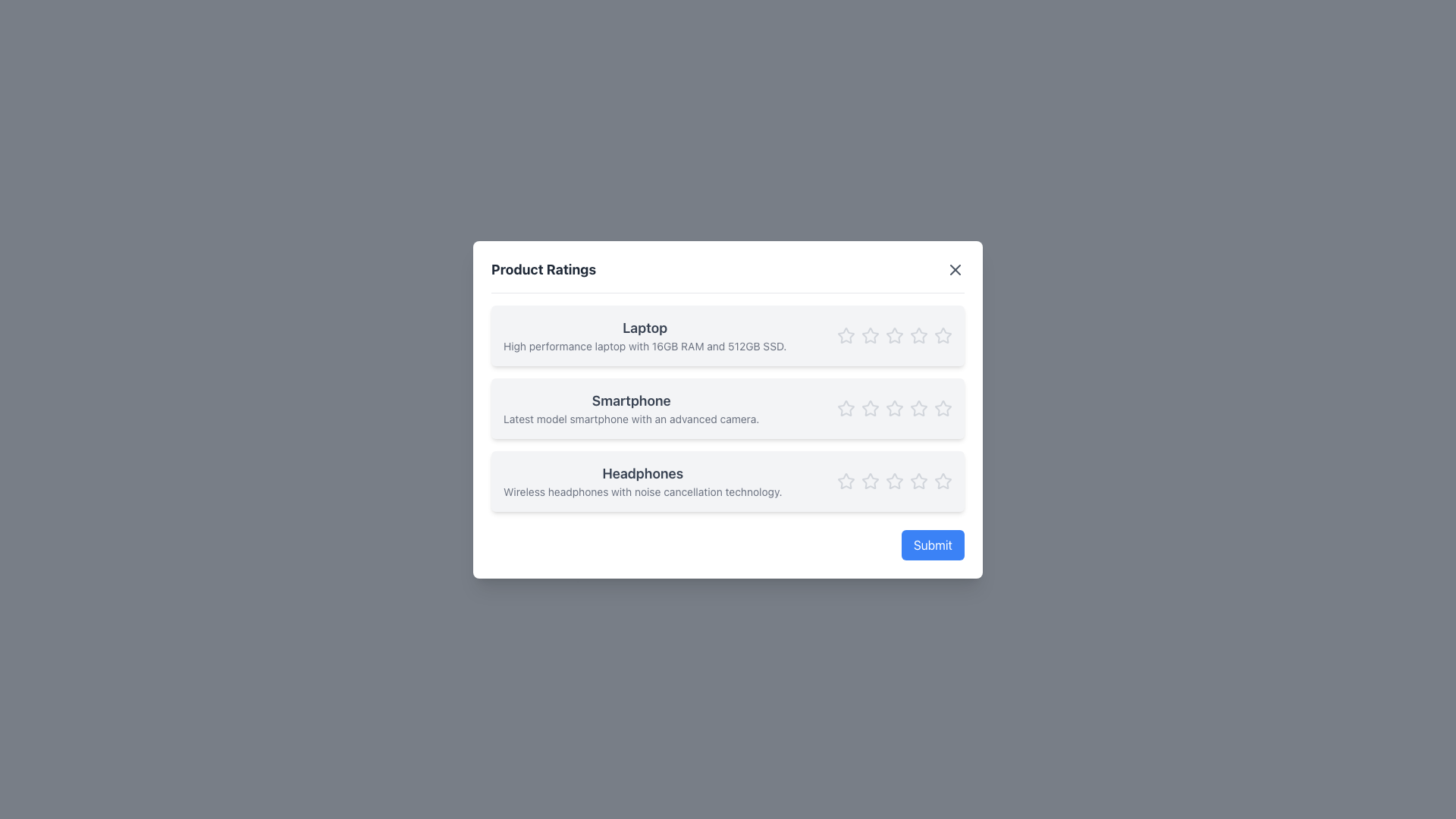  I want to click on text displayed in the Text Block labeled 'Smartphone', which contains a bold title and a description about the latest model smartphone, so click(631, 407).